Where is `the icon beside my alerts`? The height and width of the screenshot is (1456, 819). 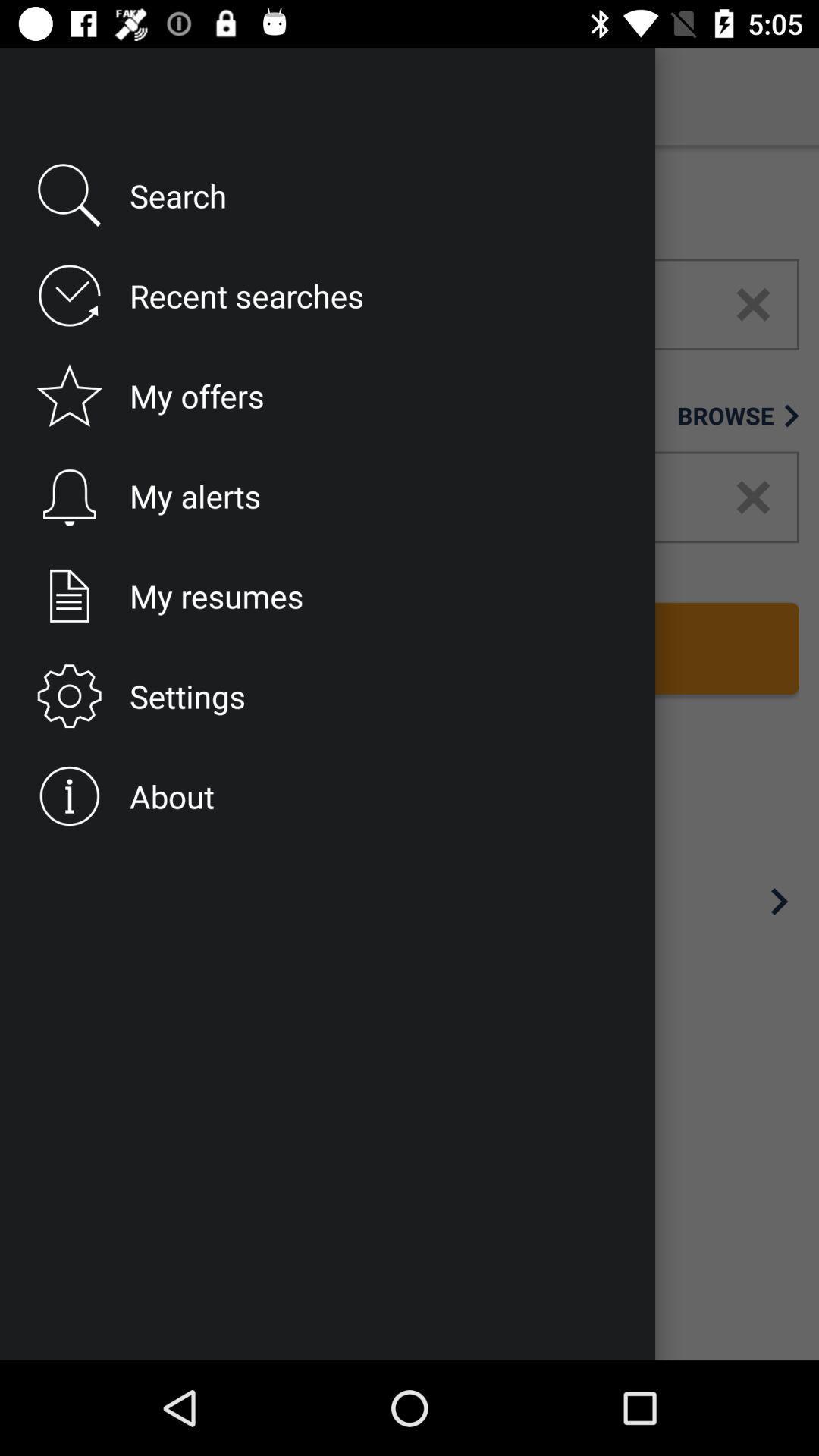
the icon beside my alerts is located at coordinates (64, 497).